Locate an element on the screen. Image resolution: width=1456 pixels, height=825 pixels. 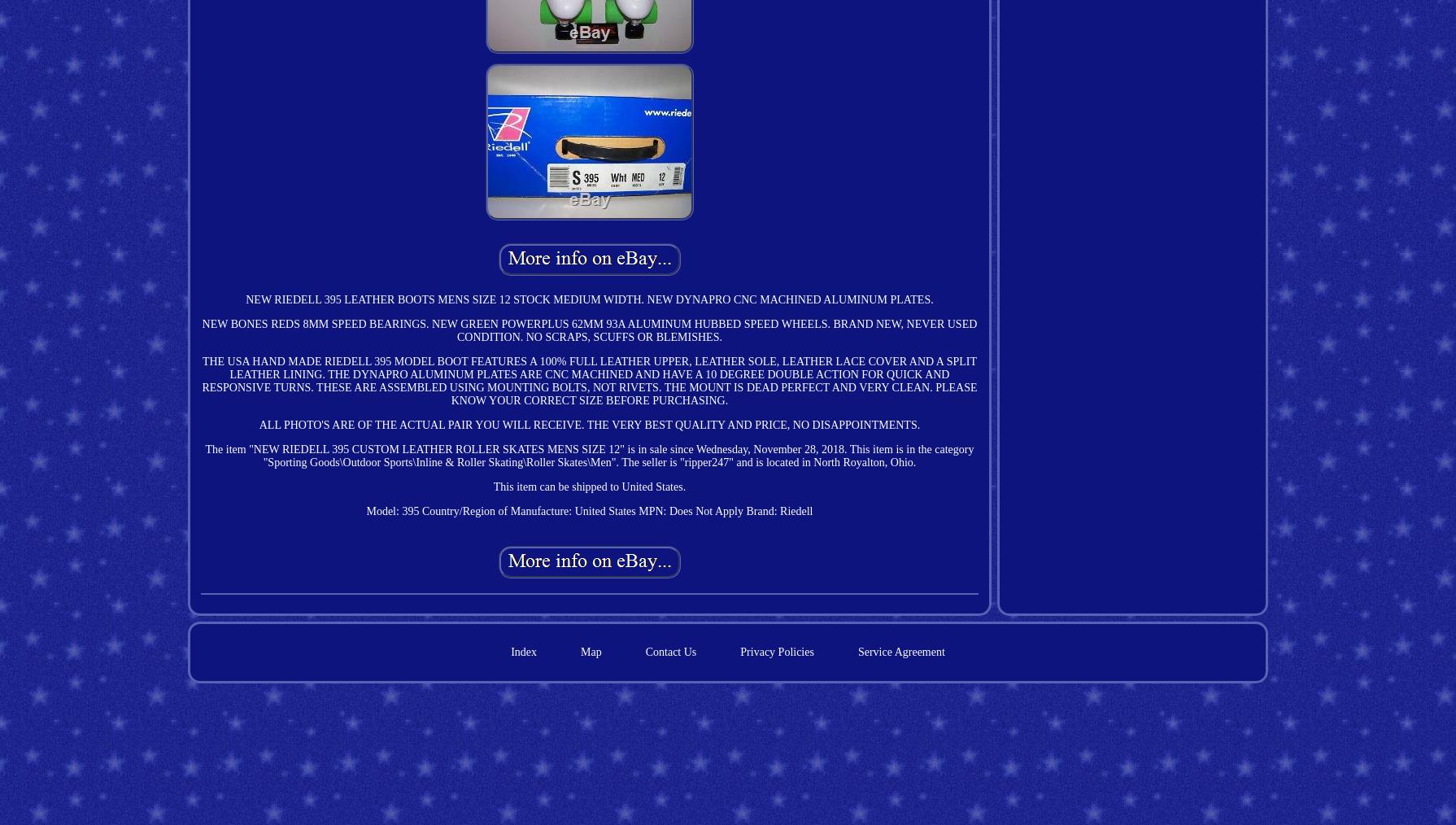
'Brand: Riedell' is located at coordinates (779, 510).